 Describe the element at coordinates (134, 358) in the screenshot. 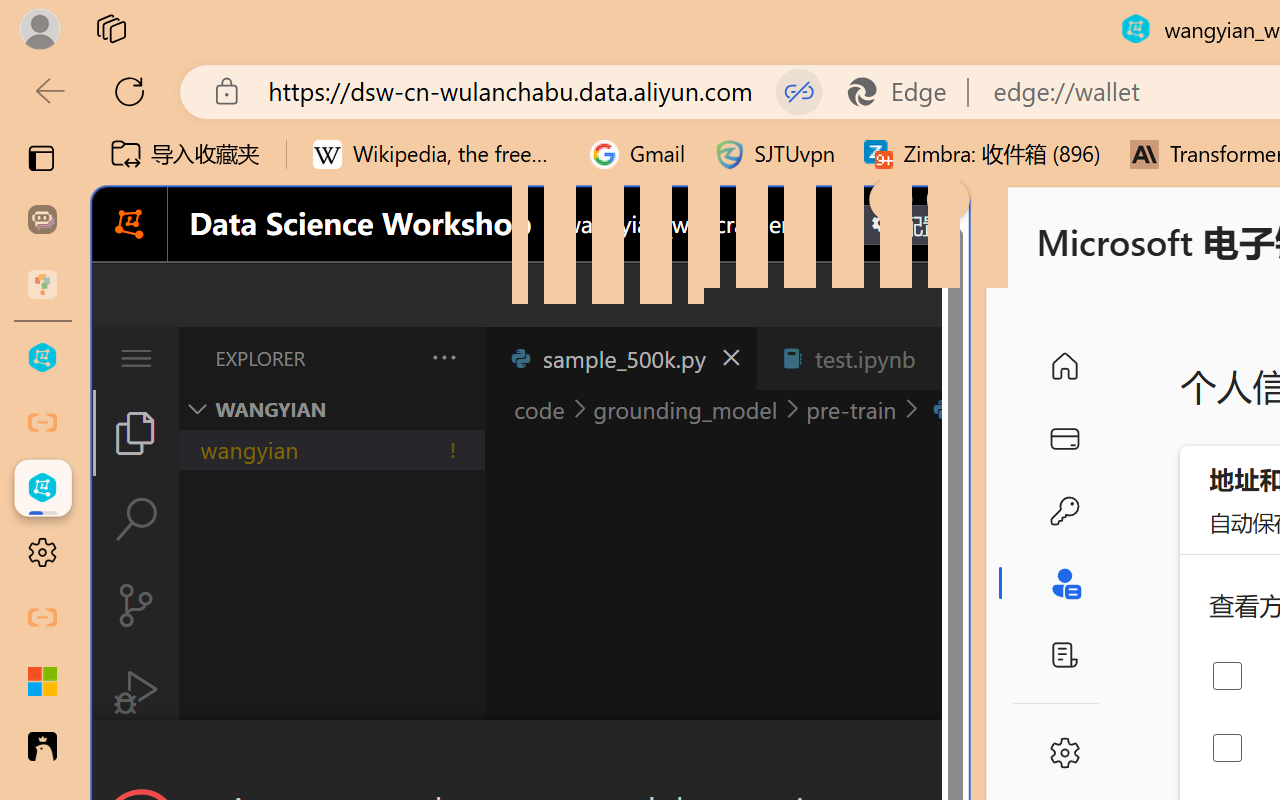

I see `'Class: menubar compact overflow-menu-only'` at that location.